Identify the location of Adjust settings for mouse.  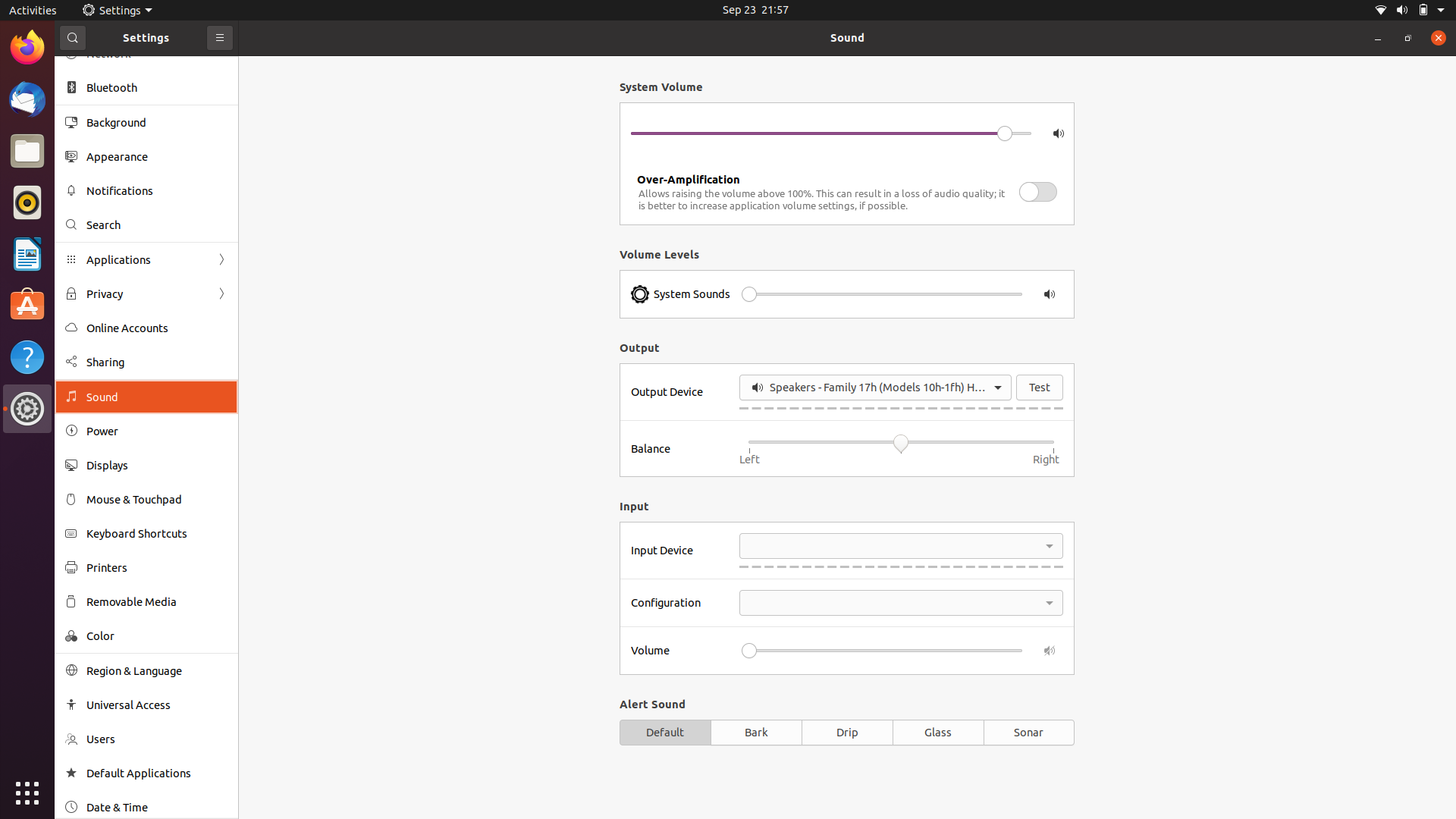
(144, 500).